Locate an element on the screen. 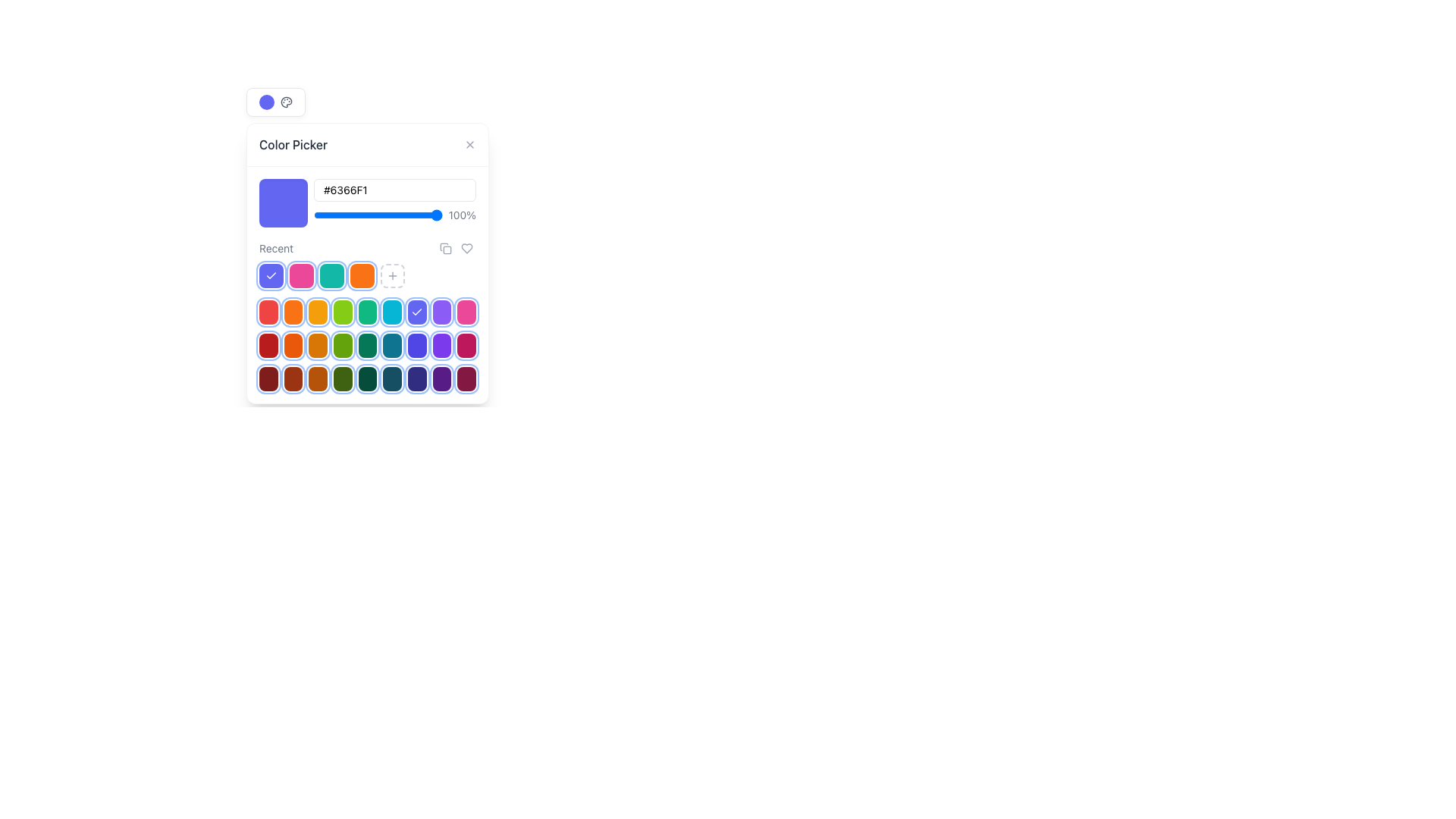 This screenshot has height=819, width=1456. the slider is located at coordinates (315, 215).